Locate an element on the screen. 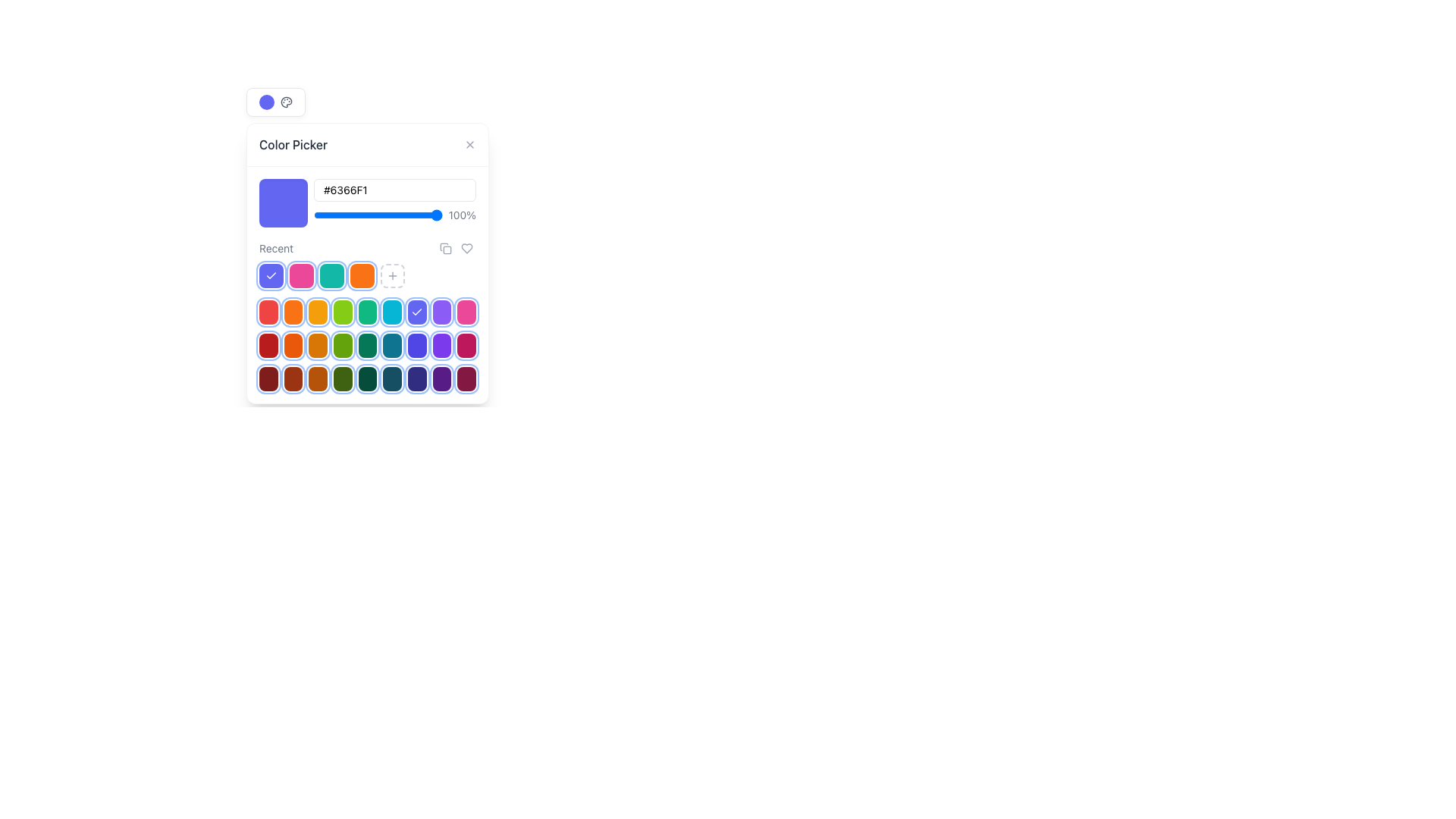 This screenshot has height=819, width=1456. the slider is located at coordinates (315, 215).